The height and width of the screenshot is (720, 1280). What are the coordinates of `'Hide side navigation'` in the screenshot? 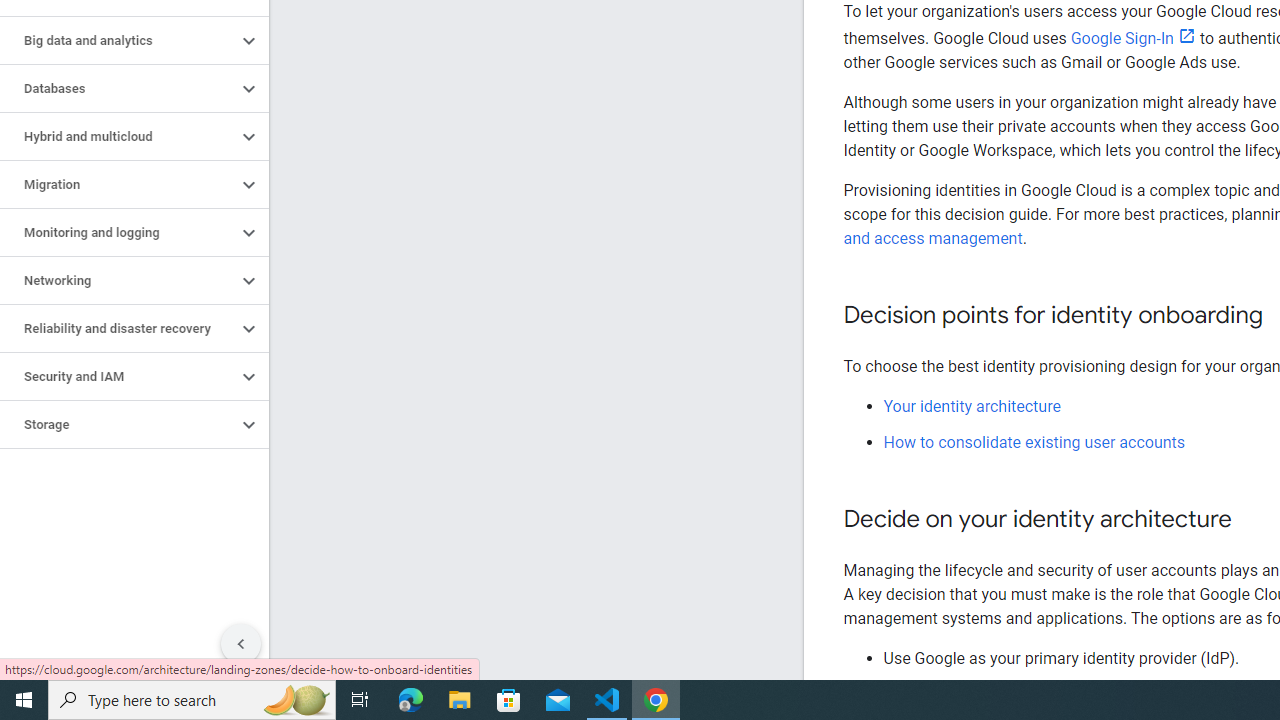 It's located at (240, 644).